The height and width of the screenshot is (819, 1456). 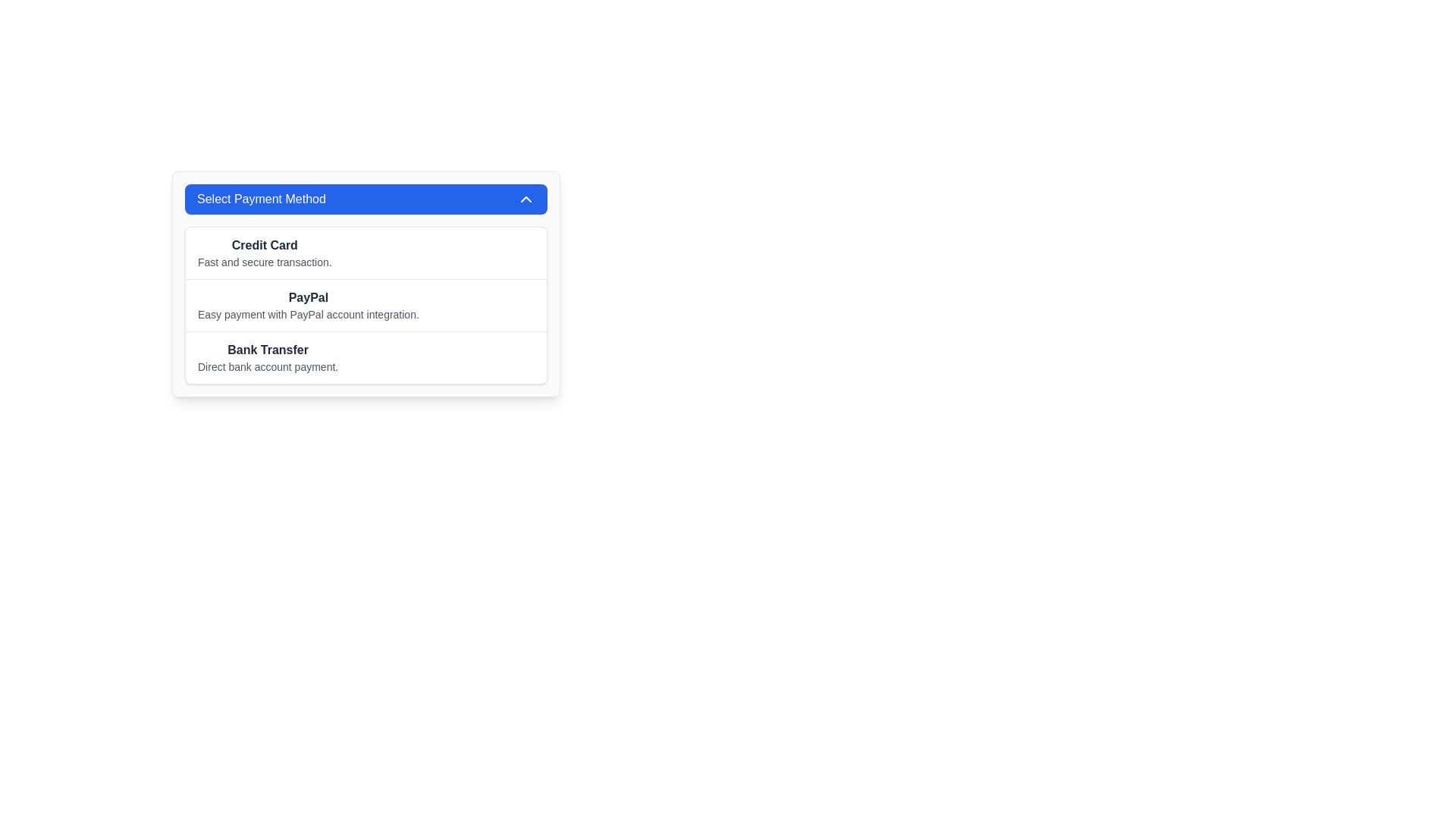 What do you see at coordinates (268, 350) in the screenshot?
I see `the label identifying the payment method in the dropdown menu titled 'Select Payment Method' located in the third row, above the description 'Direct bank account payment'` at bounding box center [268, 350].